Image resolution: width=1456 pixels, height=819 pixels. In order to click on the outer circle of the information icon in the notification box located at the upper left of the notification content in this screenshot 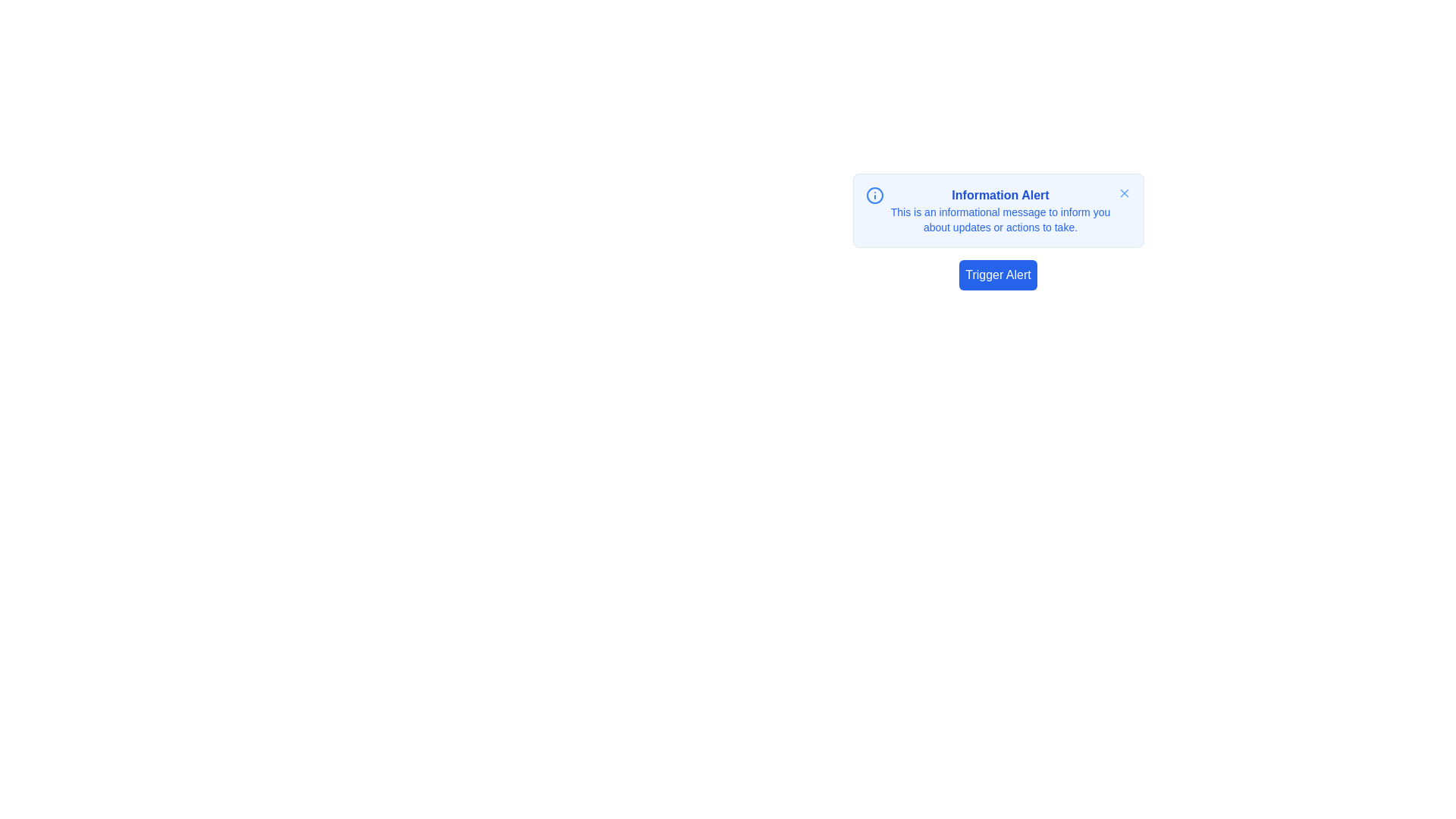, I will do `click(874, 195)`.